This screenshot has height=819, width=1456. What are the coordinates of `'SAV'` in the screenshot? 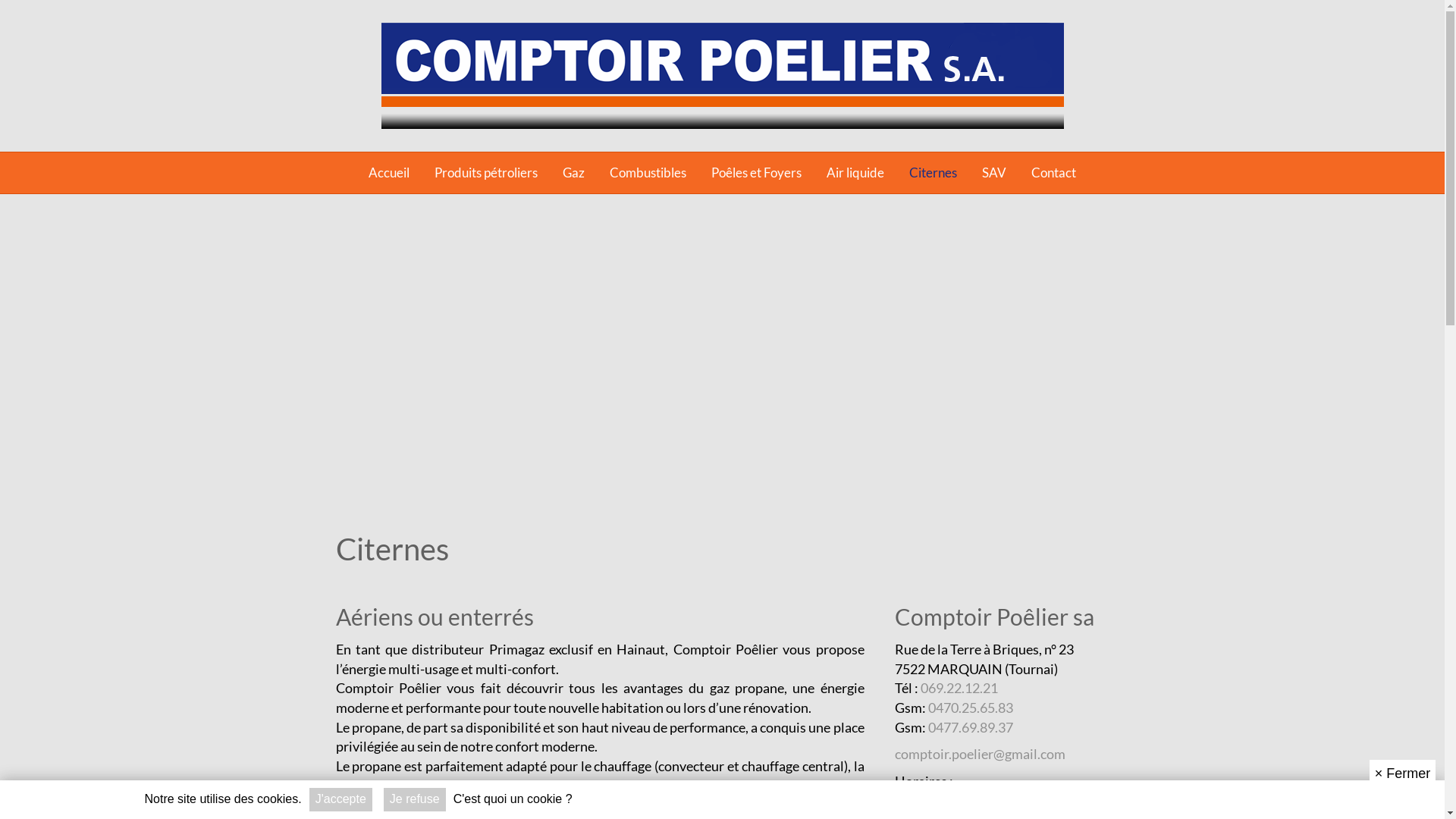 It's located at (993, 171).